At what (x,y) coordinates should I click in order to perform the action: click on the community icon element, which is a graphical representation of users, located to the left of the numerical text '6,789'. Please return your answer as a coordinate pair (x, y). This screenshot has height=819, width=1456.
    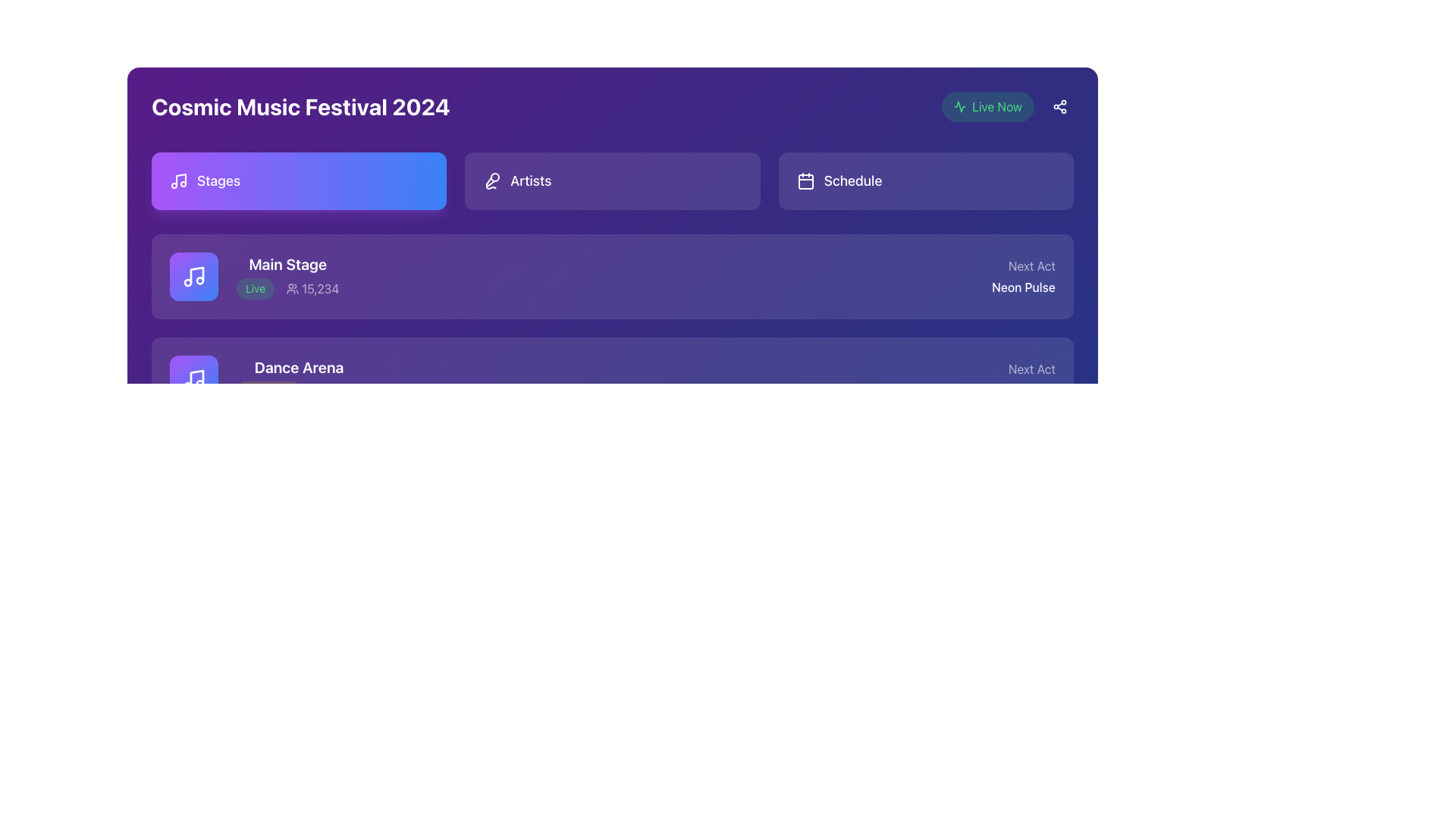
    Looking at the image, I should click on (293, 494).